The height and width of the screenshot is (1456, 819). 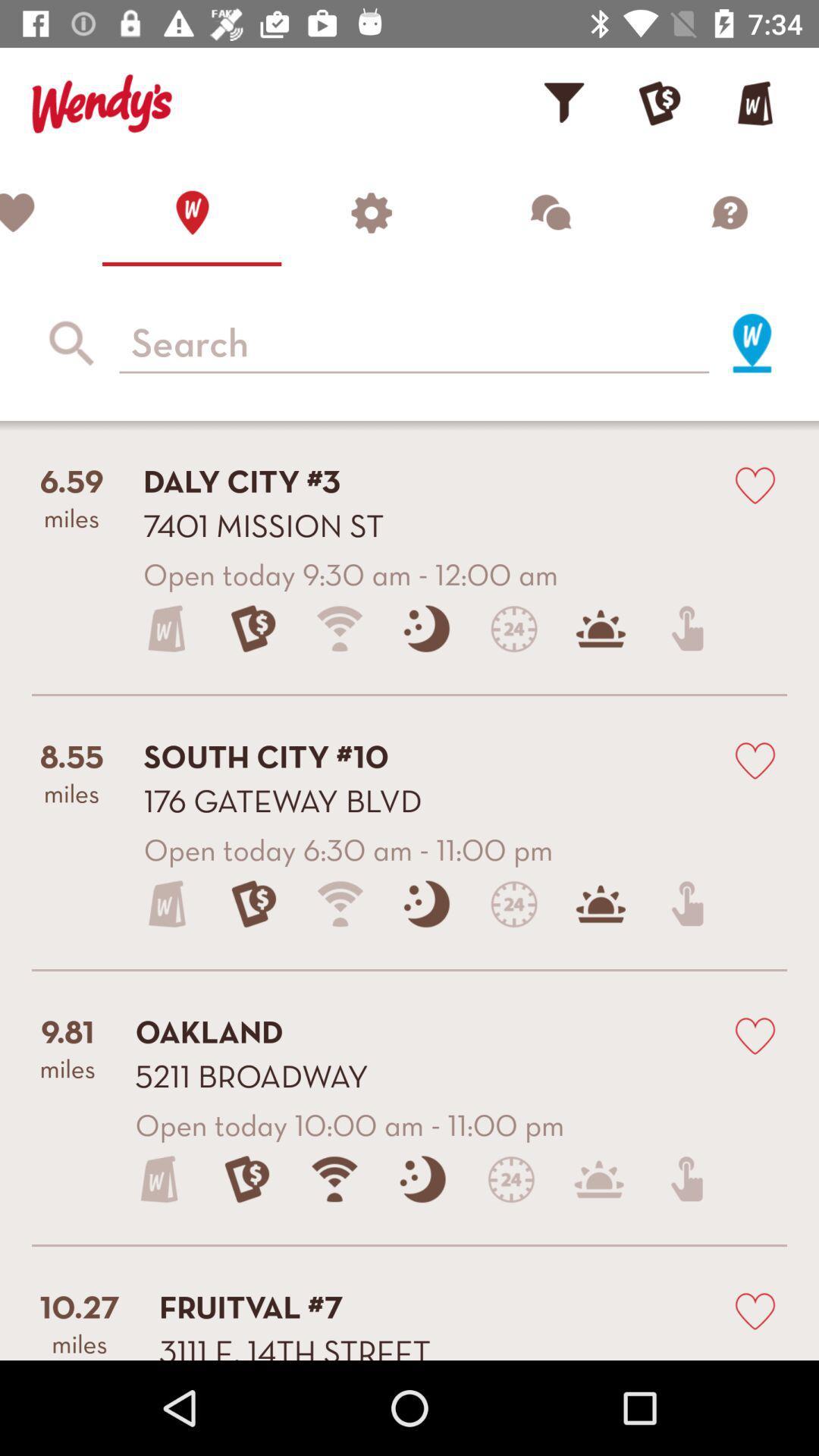 What do you see at coordinates (414, 342) in the screenshot?
I see `search bar to look up location` at bounding box center [414, 342].